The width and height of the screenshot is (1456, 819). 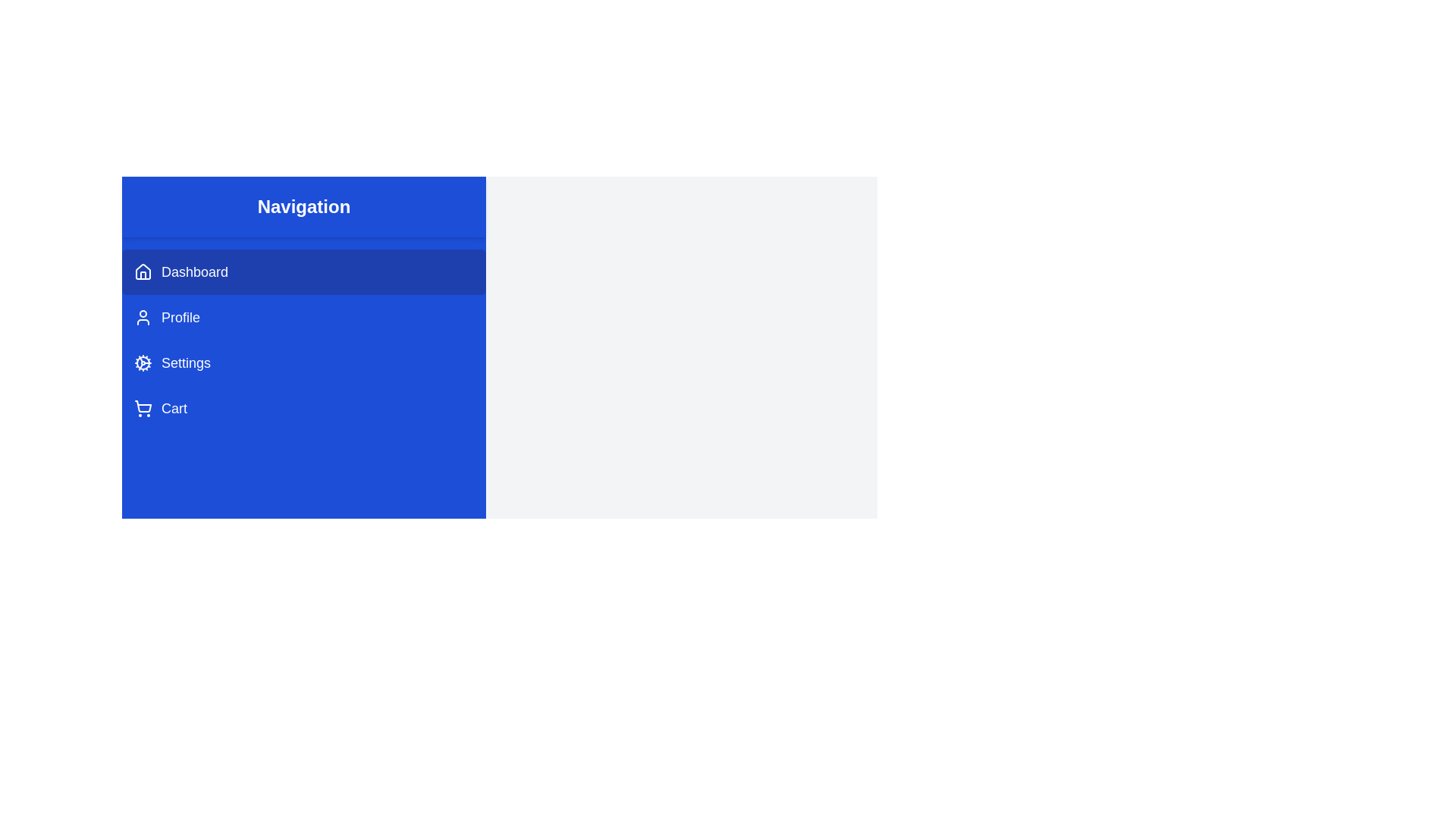 What do you see at coordinates (143, 275) in the screenshot?
I see `the house icon located to the left of the 'Dashboard' text in the vertical navigation menu` at bounding box center [143, 275].